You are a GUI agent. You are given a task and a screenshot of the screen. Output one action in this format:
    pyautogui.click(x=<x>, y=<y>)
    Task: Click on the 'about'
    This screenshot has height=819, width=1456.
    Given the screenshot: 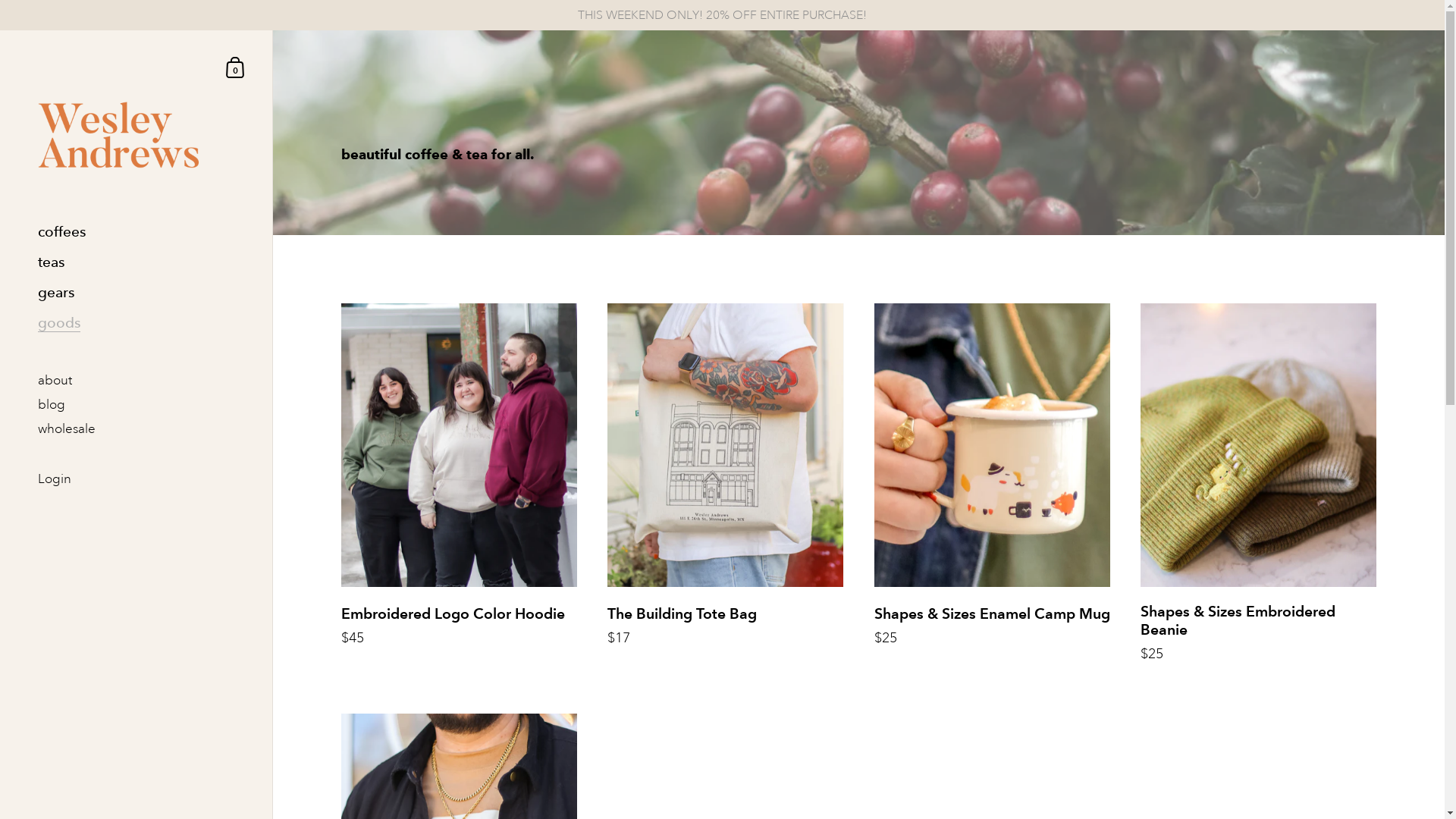 What is the action you would take?
    pyautogui.click(x=136, y=379)
    